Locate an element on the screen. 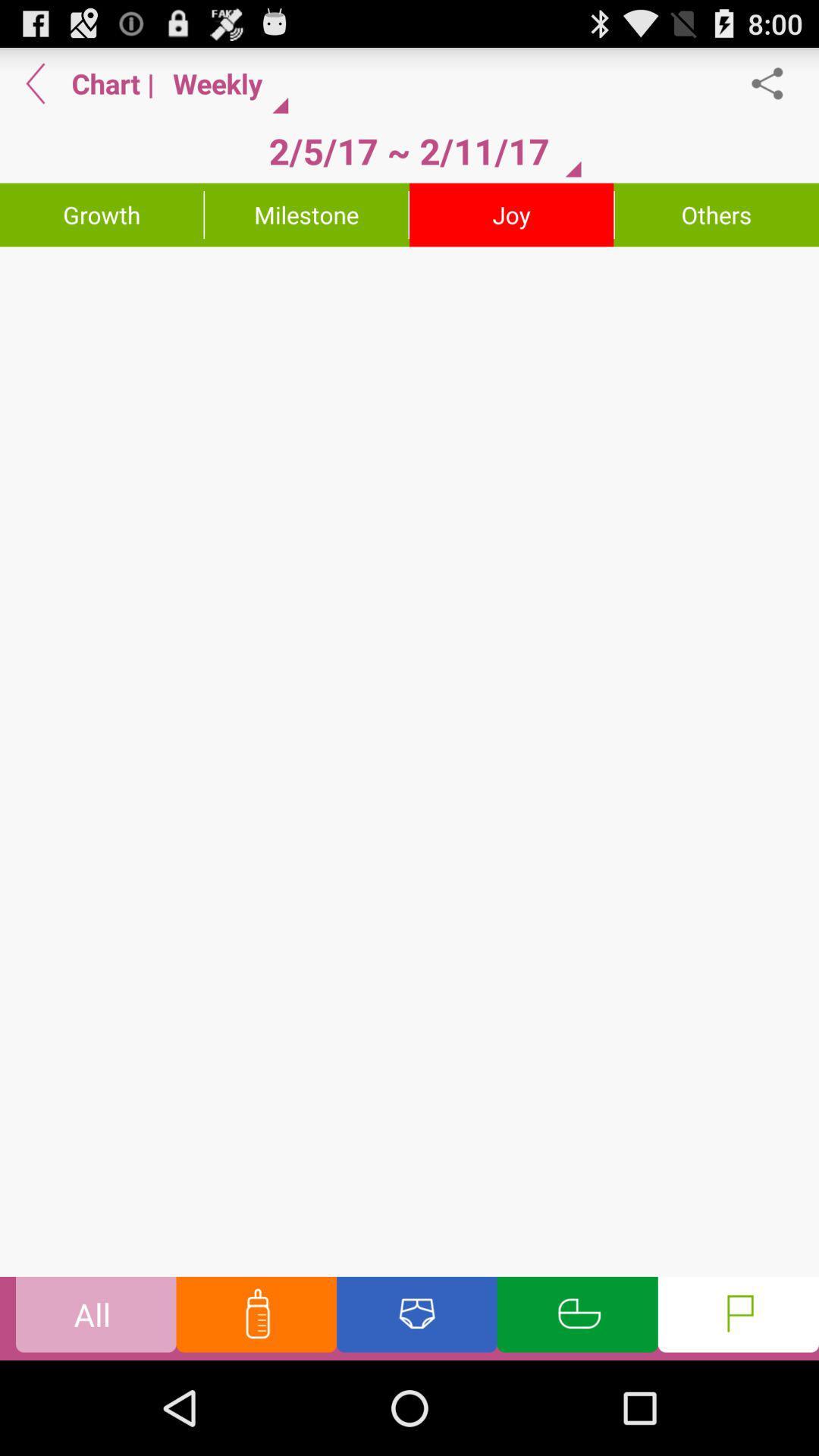 The height and width of the screenshot is (1456, 819). open diaper tab is located at coordinates (416, 1317).